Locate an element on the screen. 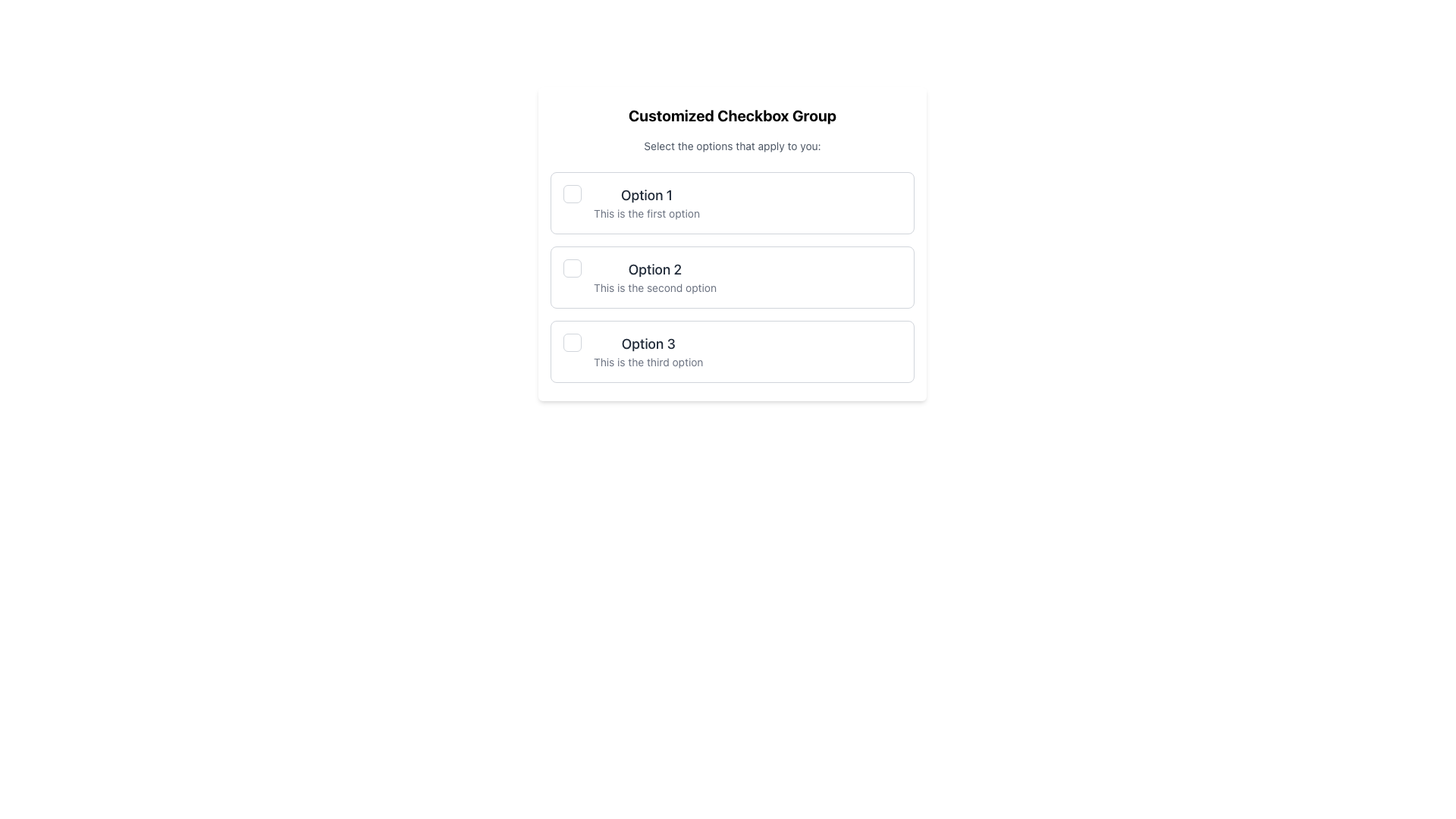  the third Text Label in the vertically stacked list of options, which provides a descriptive title and additional context for the third selectable option is located at coordinates (648, 351).